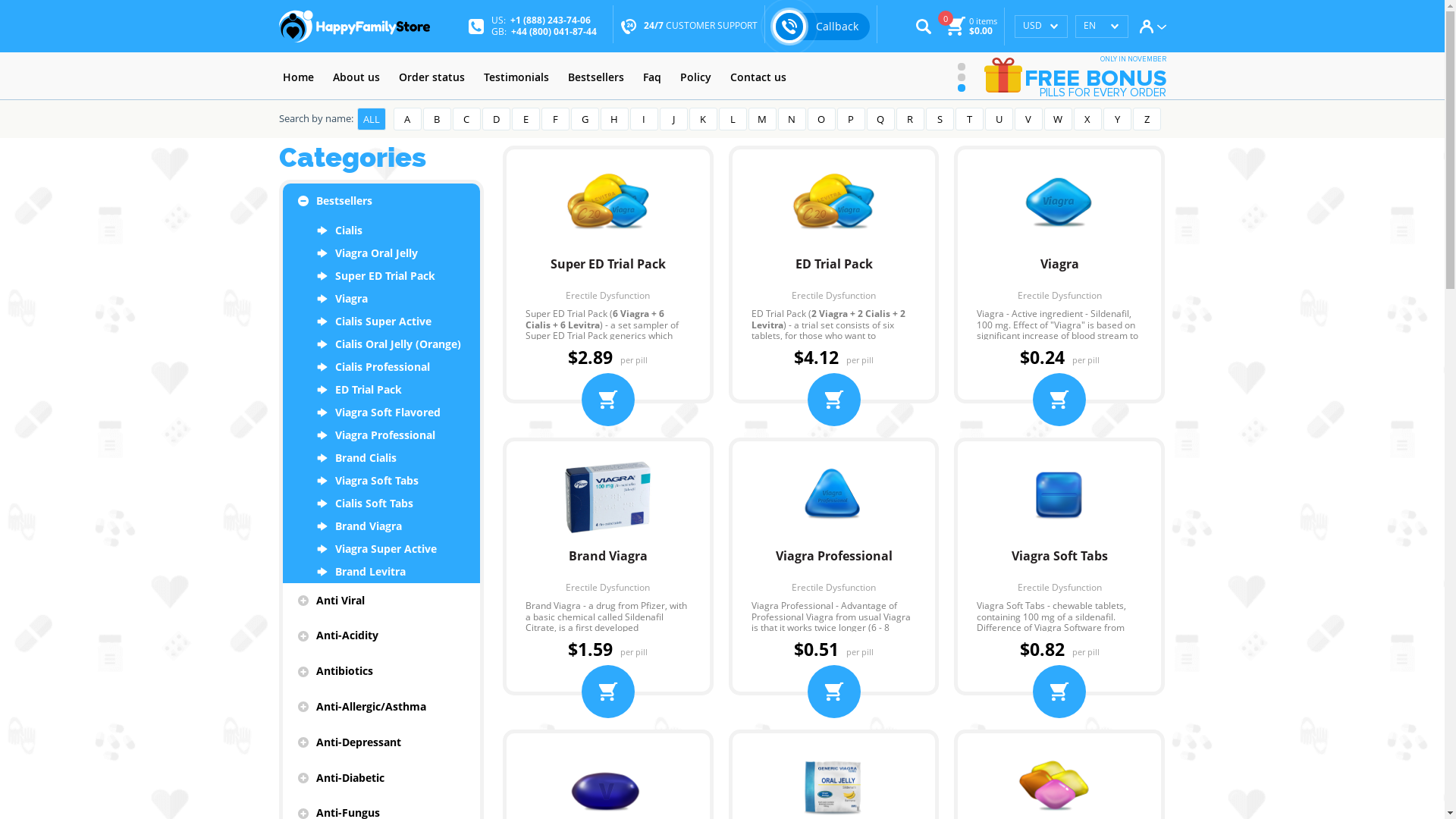  What do you see at coordinates (1056, 118) in the screenshot?
I see `'W'` at bounding box center [1056, 118].